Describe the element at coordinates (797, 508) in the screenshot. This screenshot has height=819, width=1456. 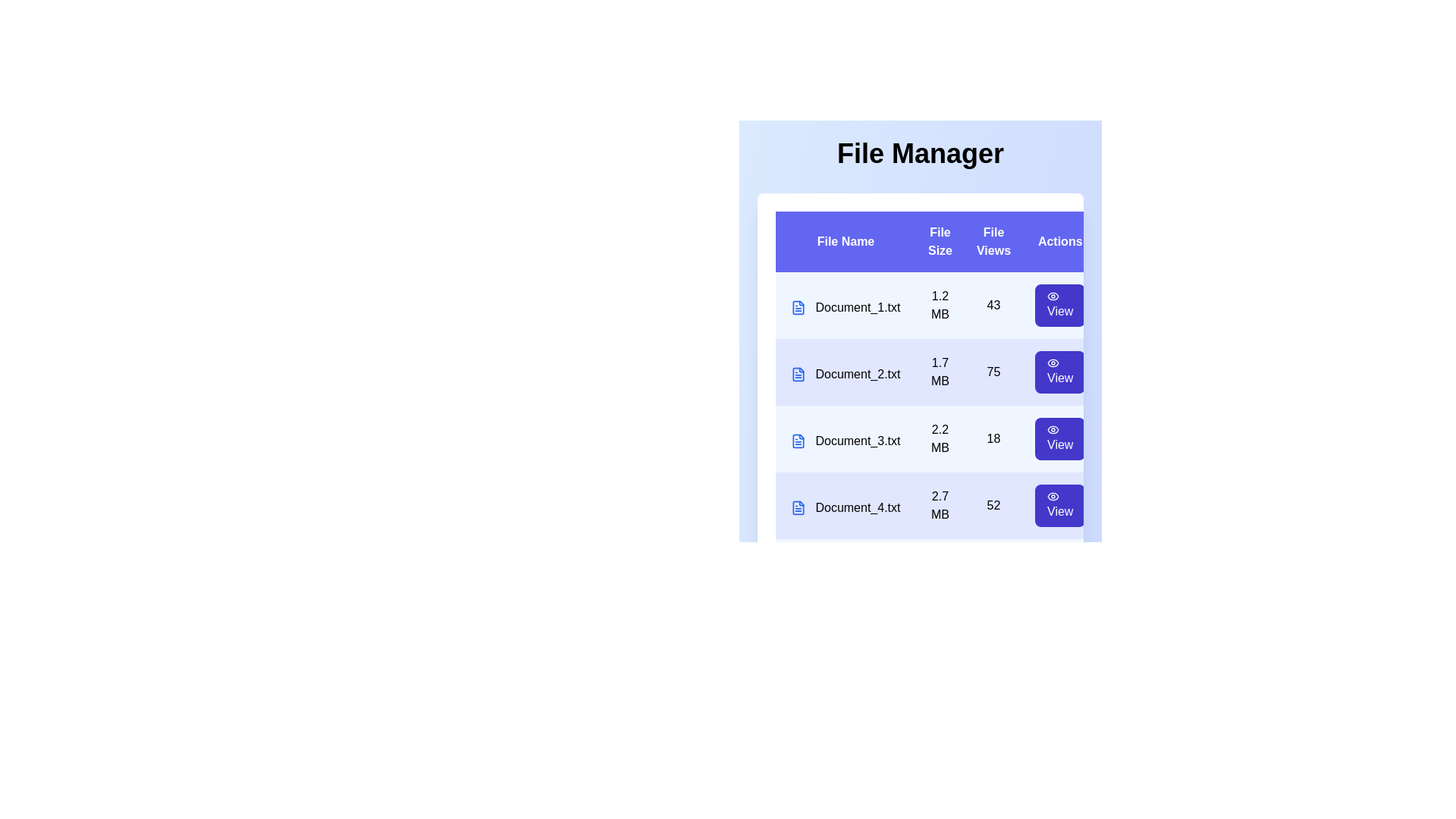
I see `the file icon corresponding to Document_4.txt` at that location.